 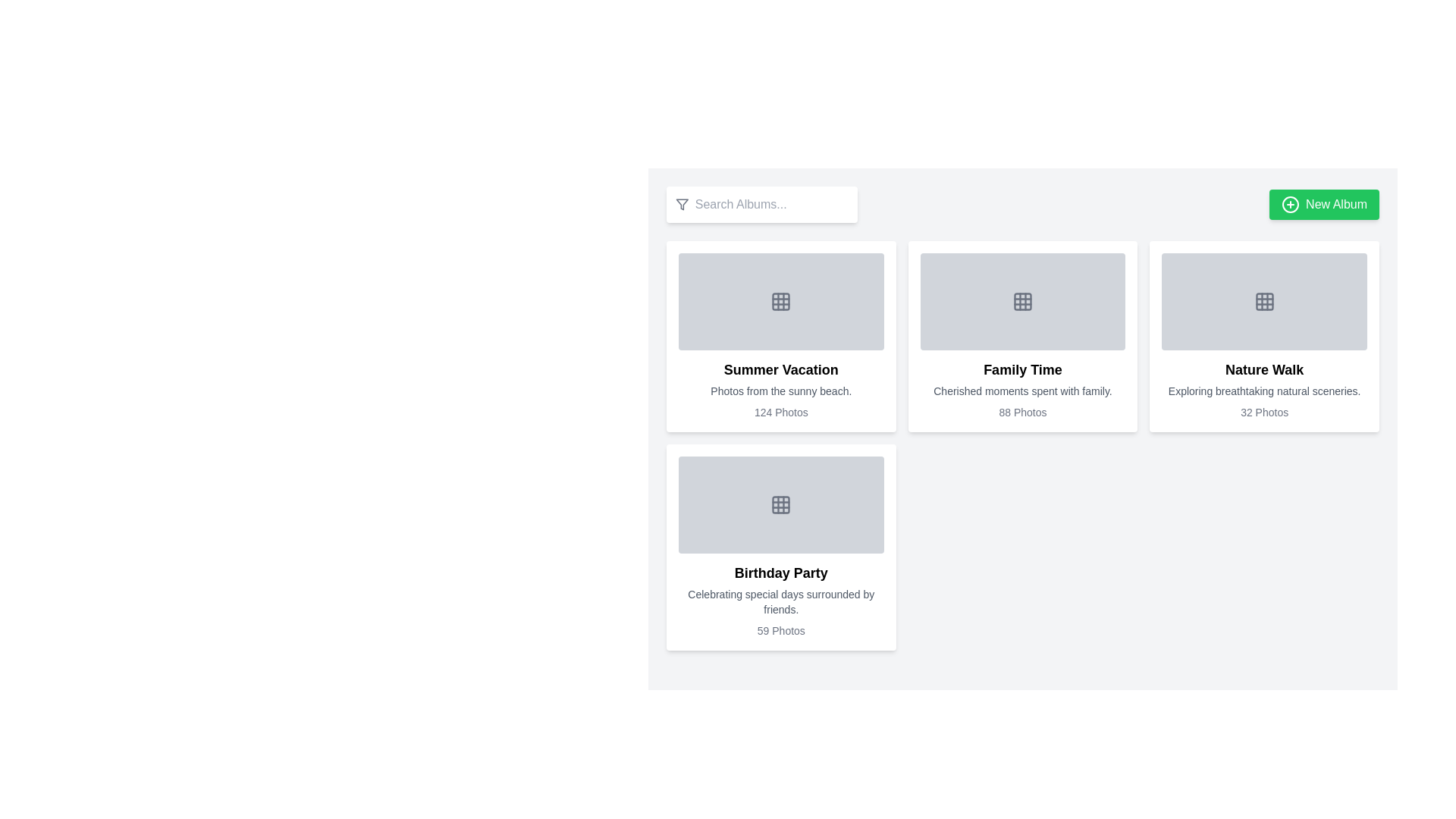 I want to click on the static text label that reads '124 Photos', which is located below the descriptive text in the 'Summer Vacation' photo album section, so click(x=781, y=412).